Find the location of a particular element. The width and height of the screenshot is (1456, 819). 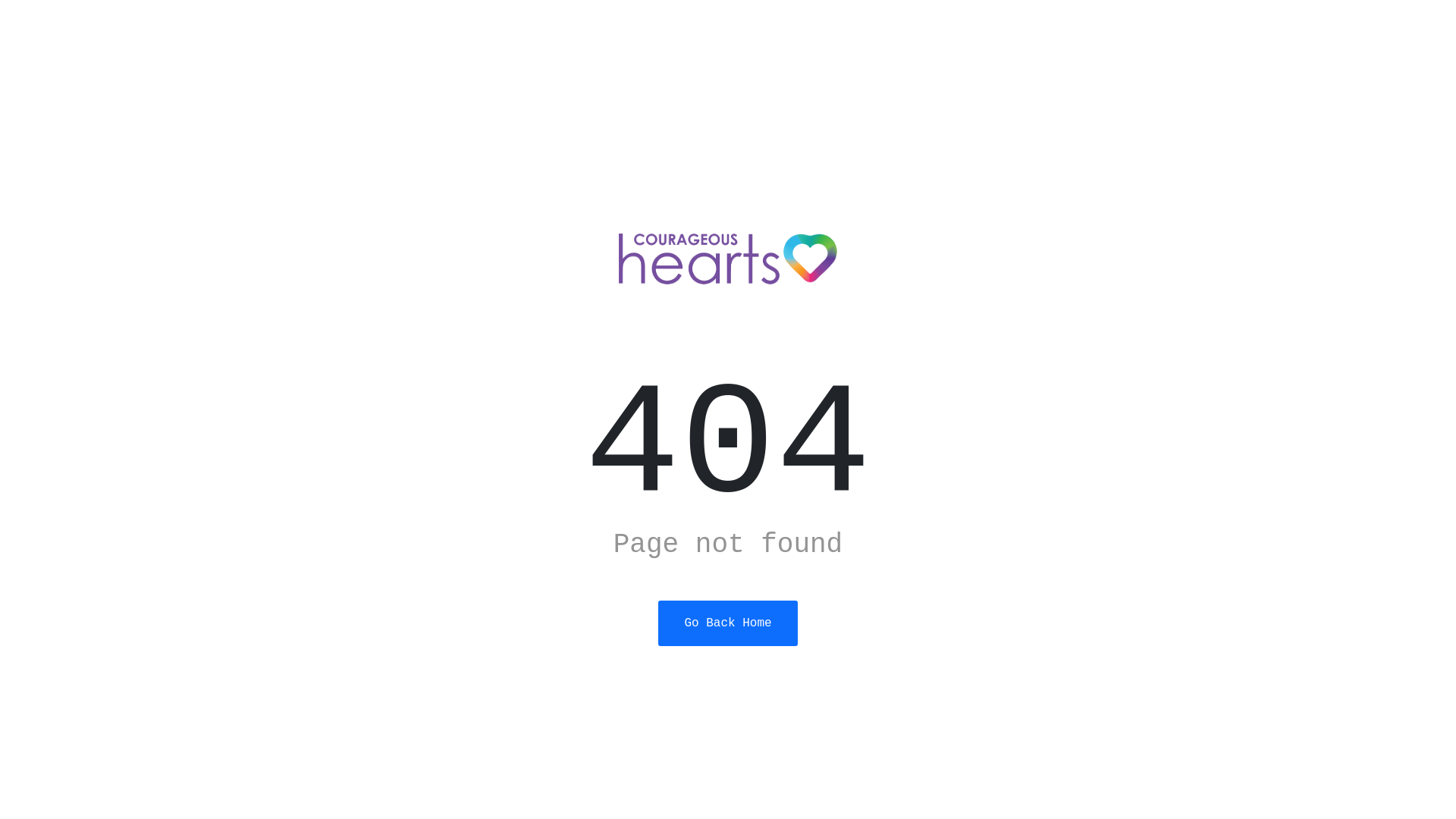

'Go Back Home' is located at coordinates (658, 623).